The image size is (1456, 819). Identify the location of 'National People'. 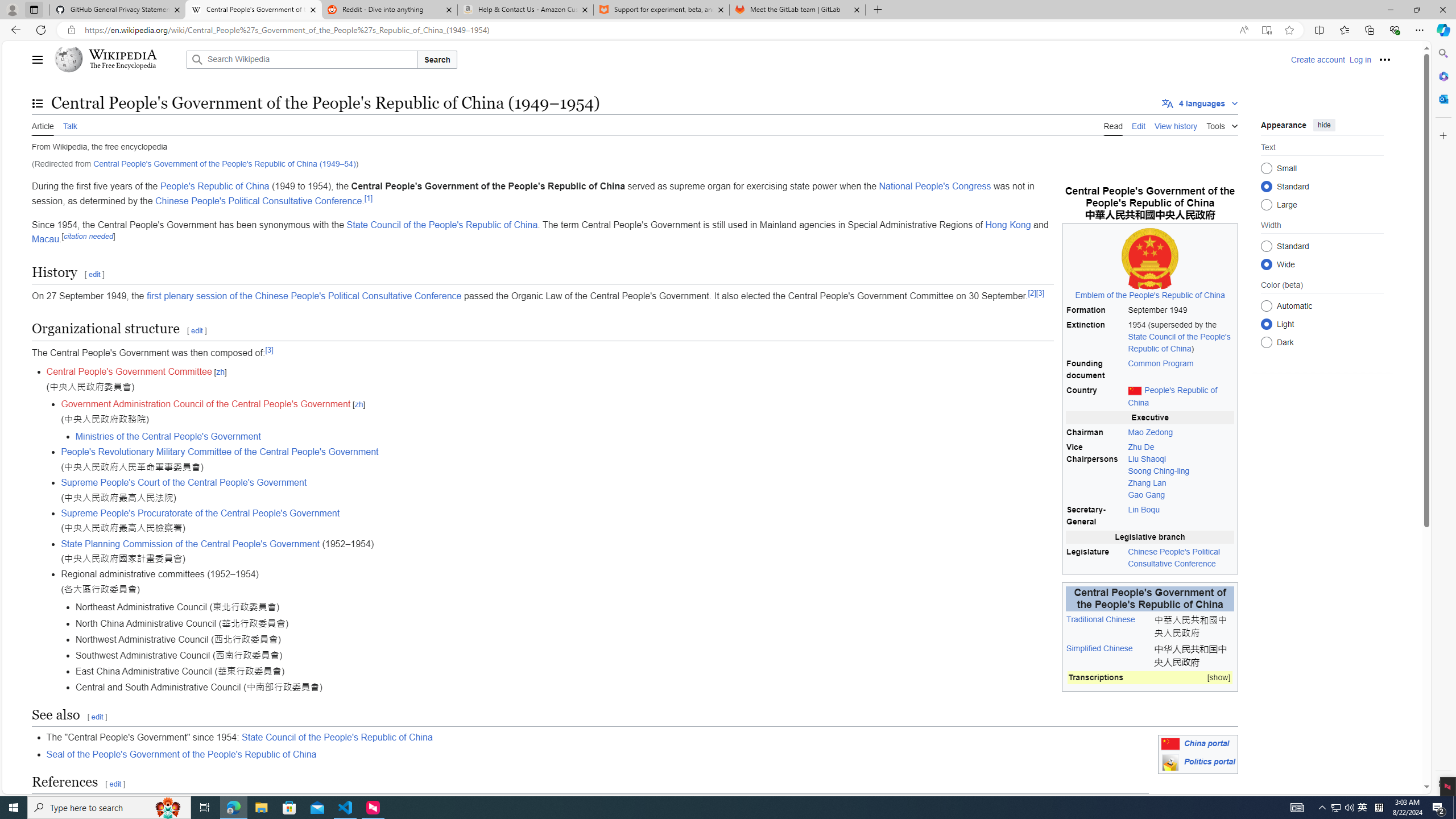
(934, 187).